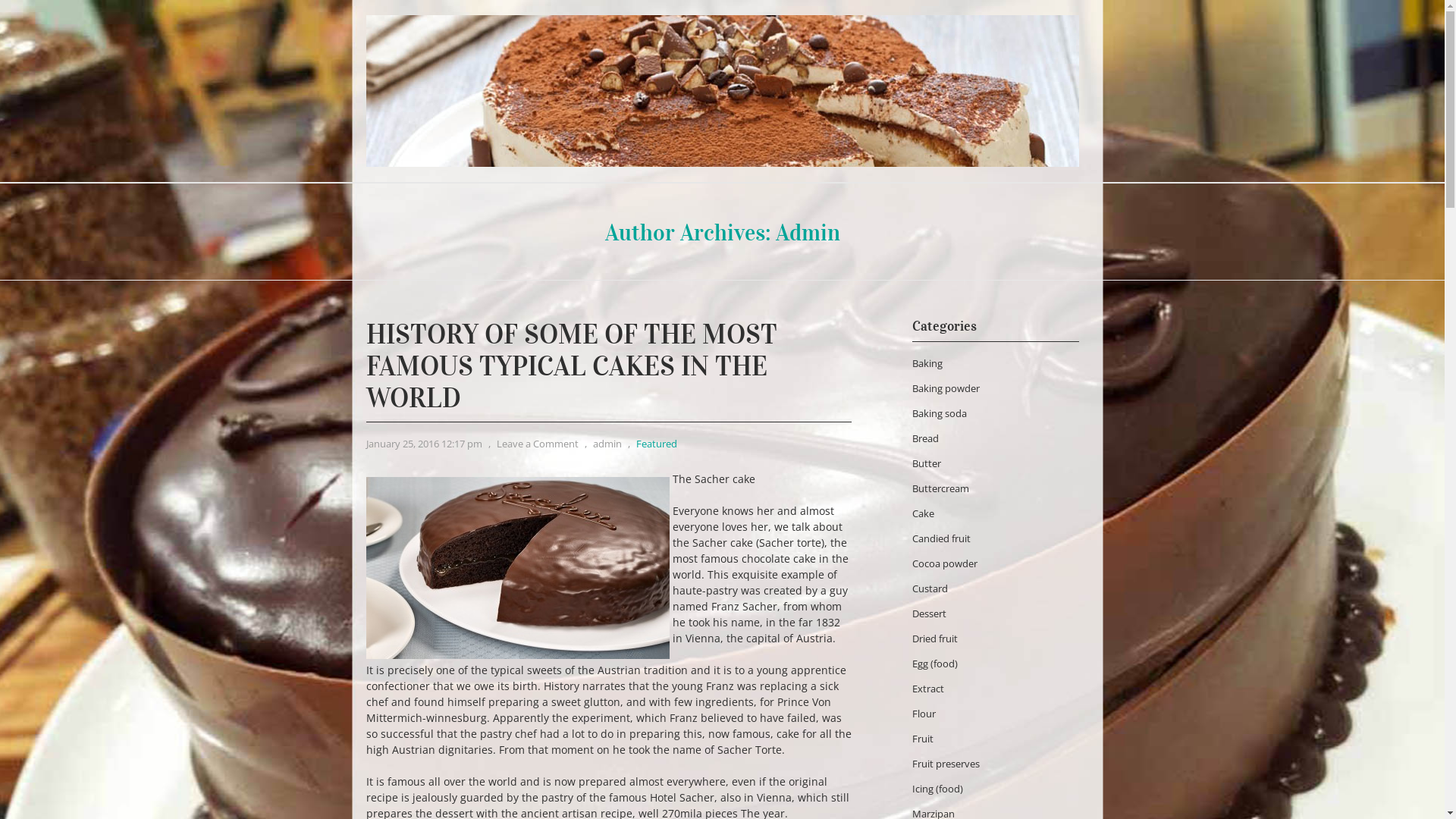 The image size is (1456, 819). I want to click on 'Butter', so click(924, 462).